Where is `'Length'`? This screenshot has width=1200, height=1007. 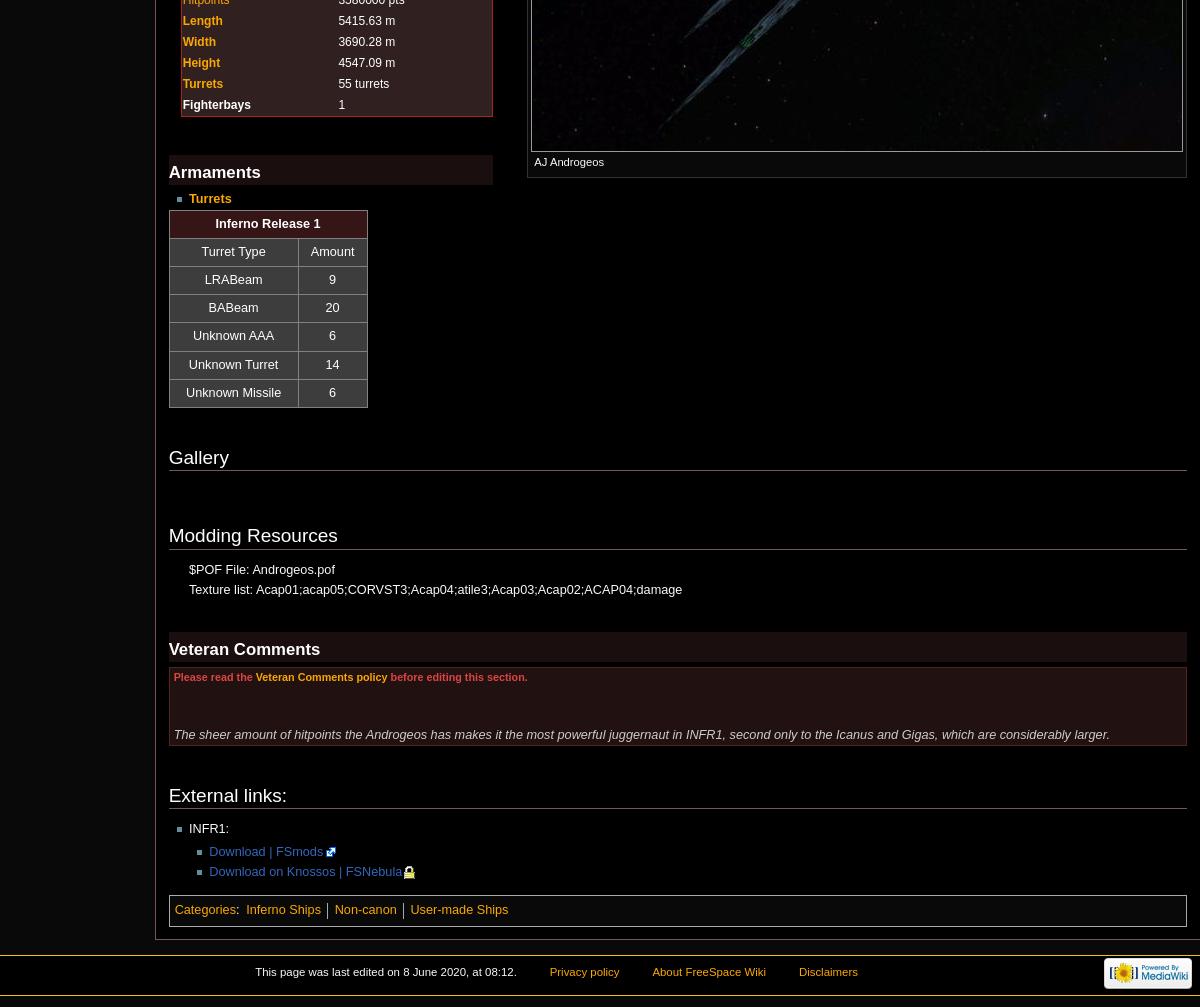 'Length' is located at coordinates (200, 21).